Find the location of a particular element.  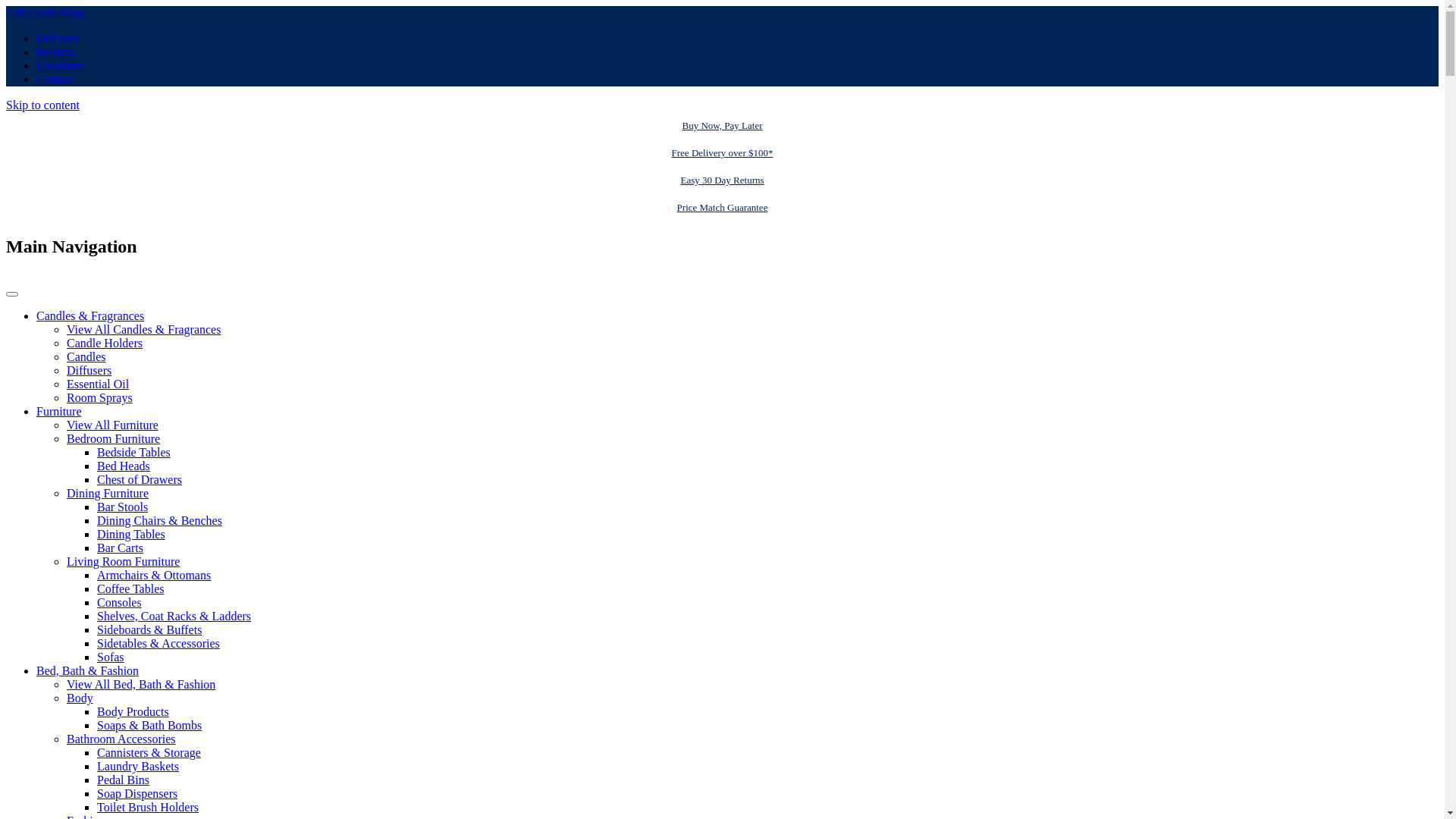

'Bed, Bath & Fashion' is located at coordinates (36, 670).